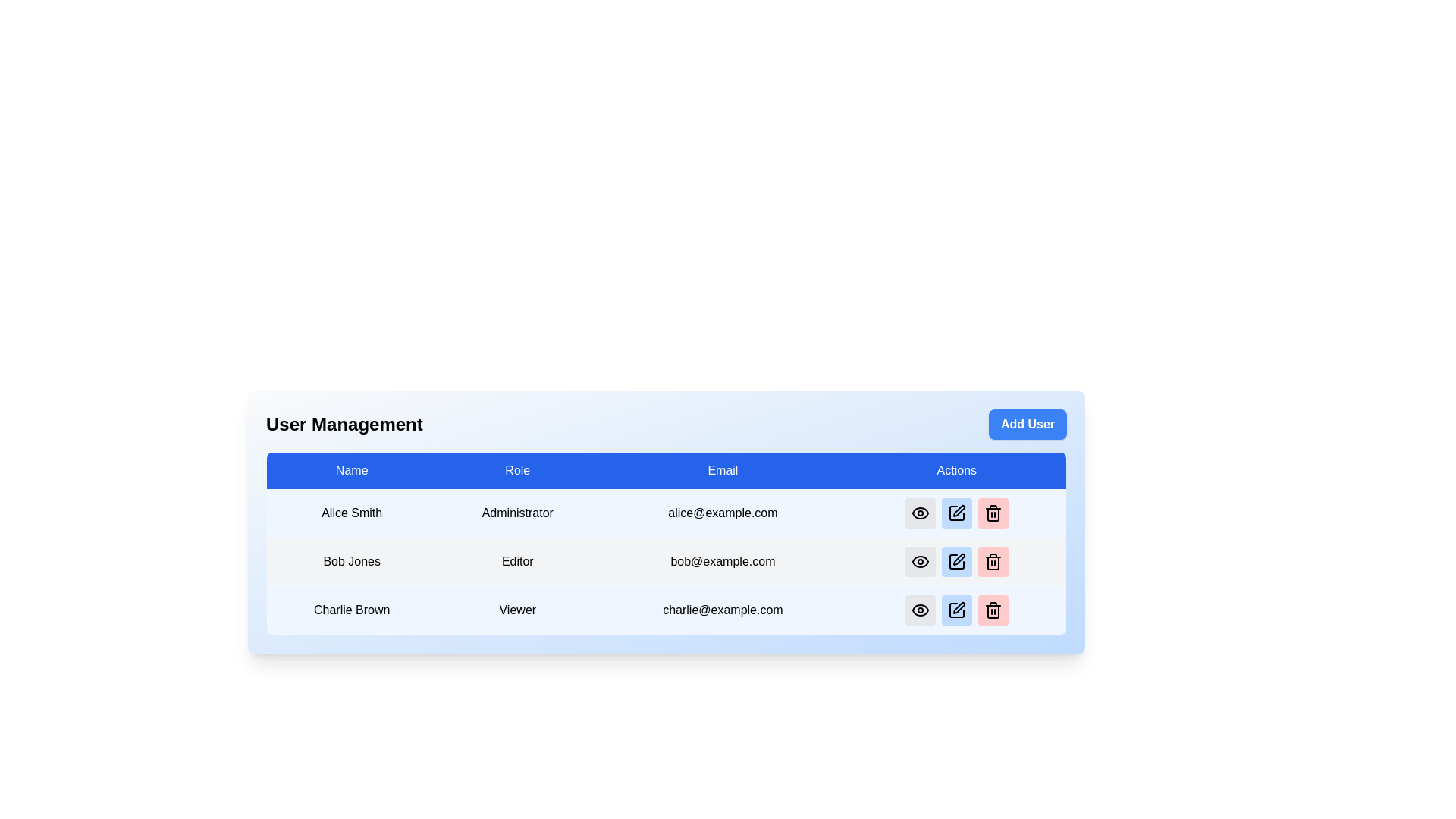 The image size is (1456, 819). I want to click on the second button from the left in the row of action buttons associated with the user 'Bob Jones', which is the second row in the table, so click(956, 561).